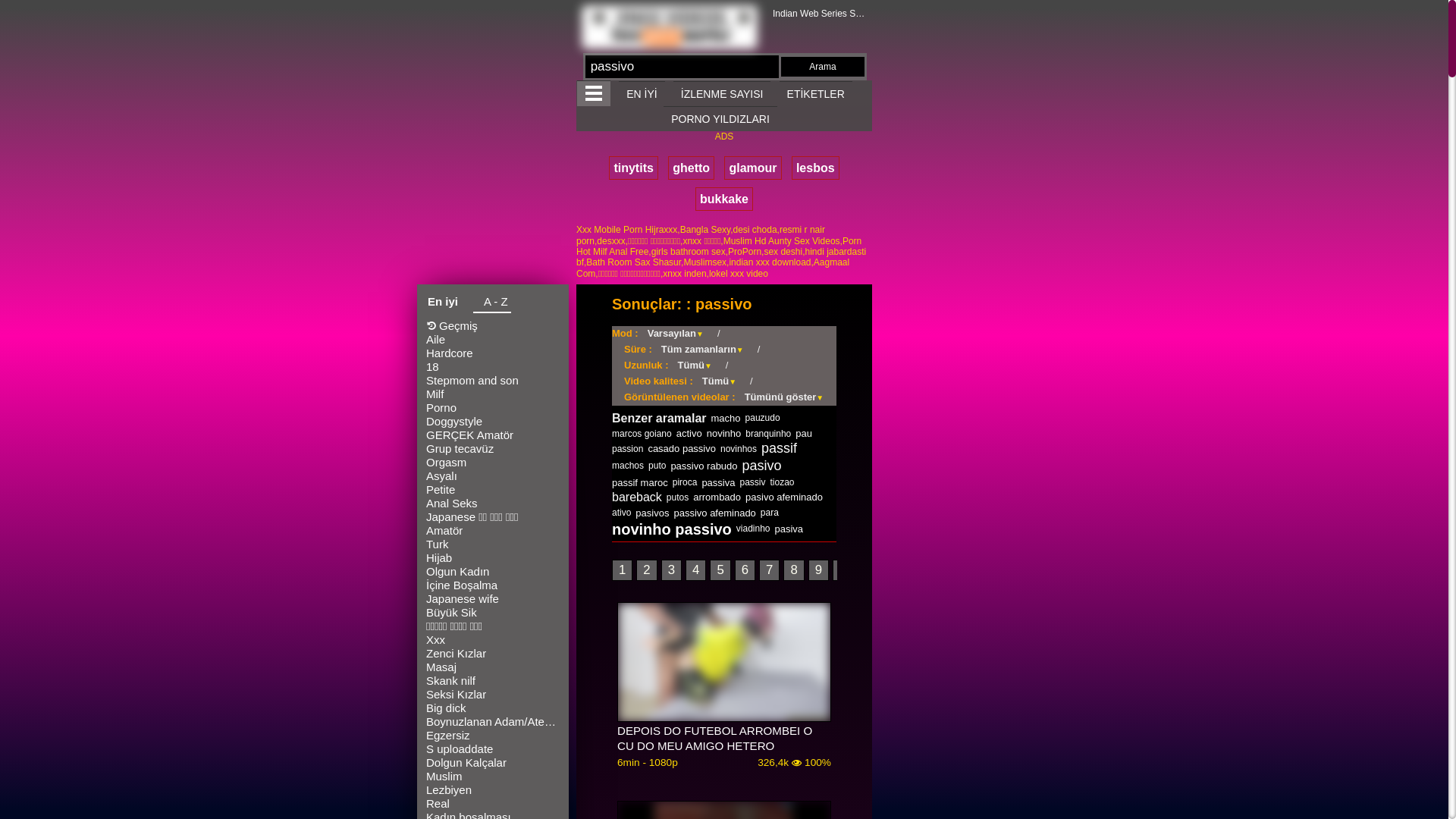 This screenshot has width=1456, height=819. Describe the element at coordinates (492, 394) in the screenshot. I see `'Milf'` at that location.